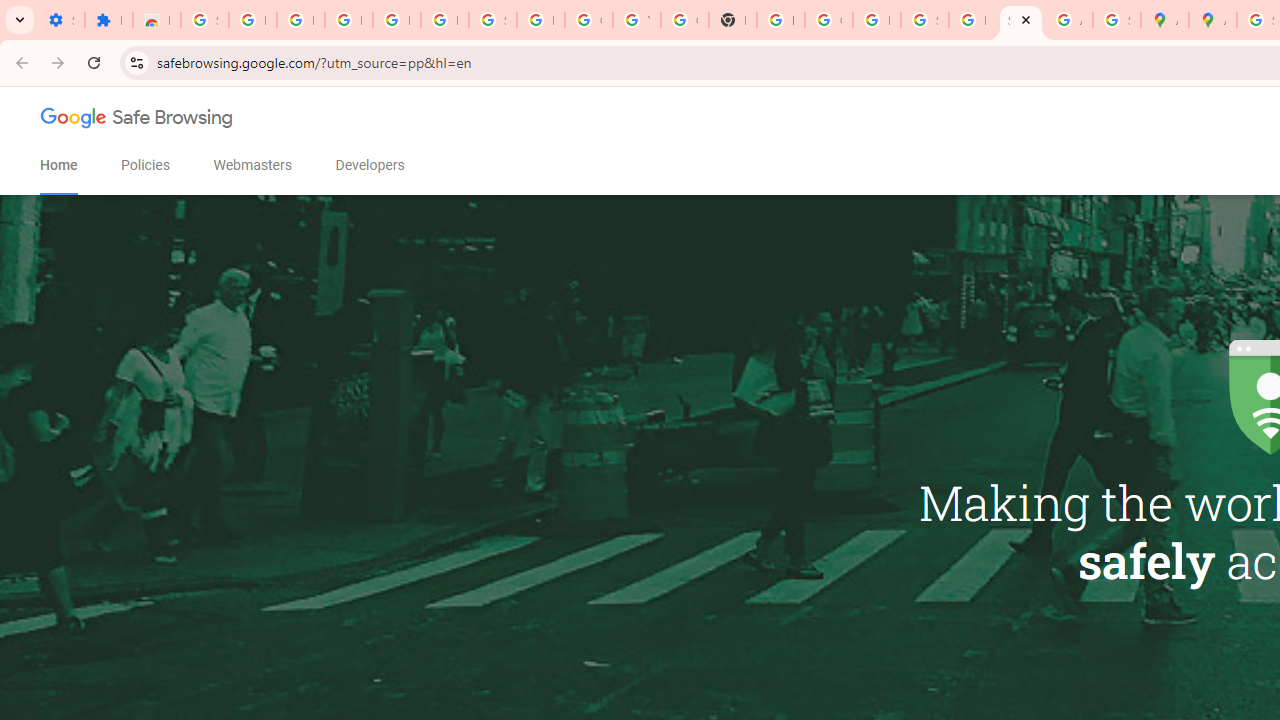  I want to click on 'Settings - On startup', so click(60, 20).